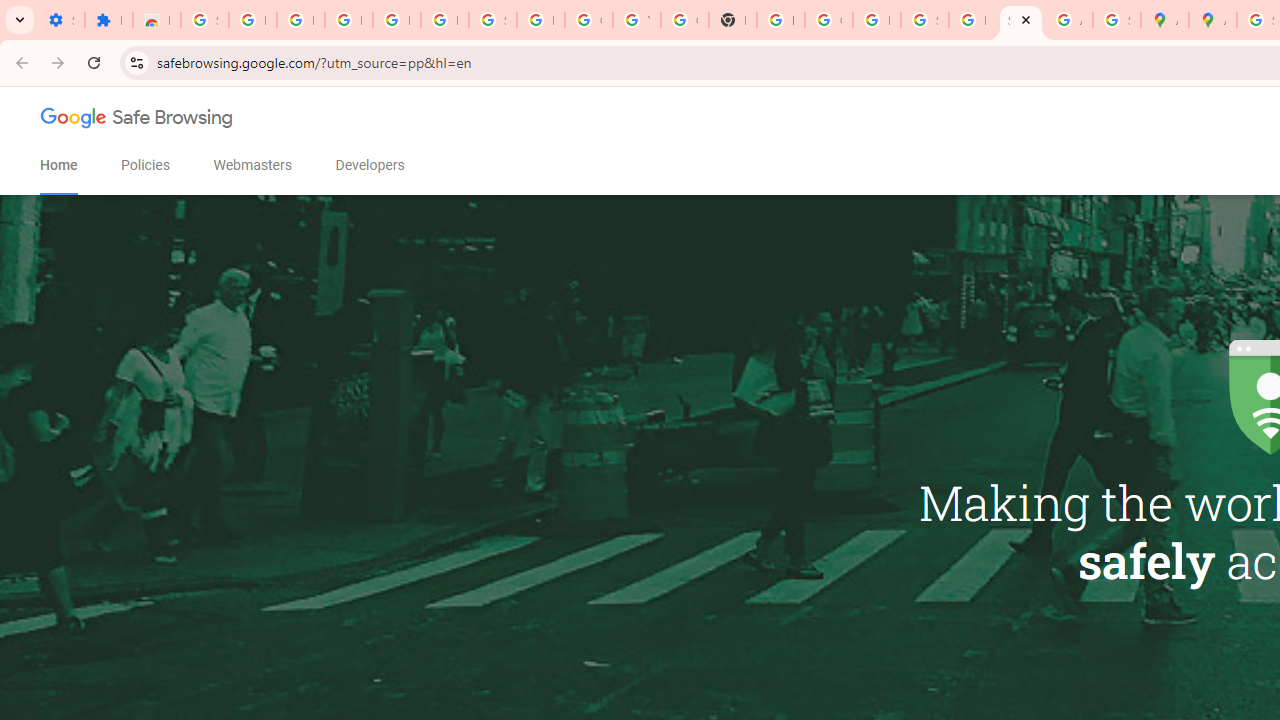  I want to click on 'Settings - On startup', so click(60, 20).